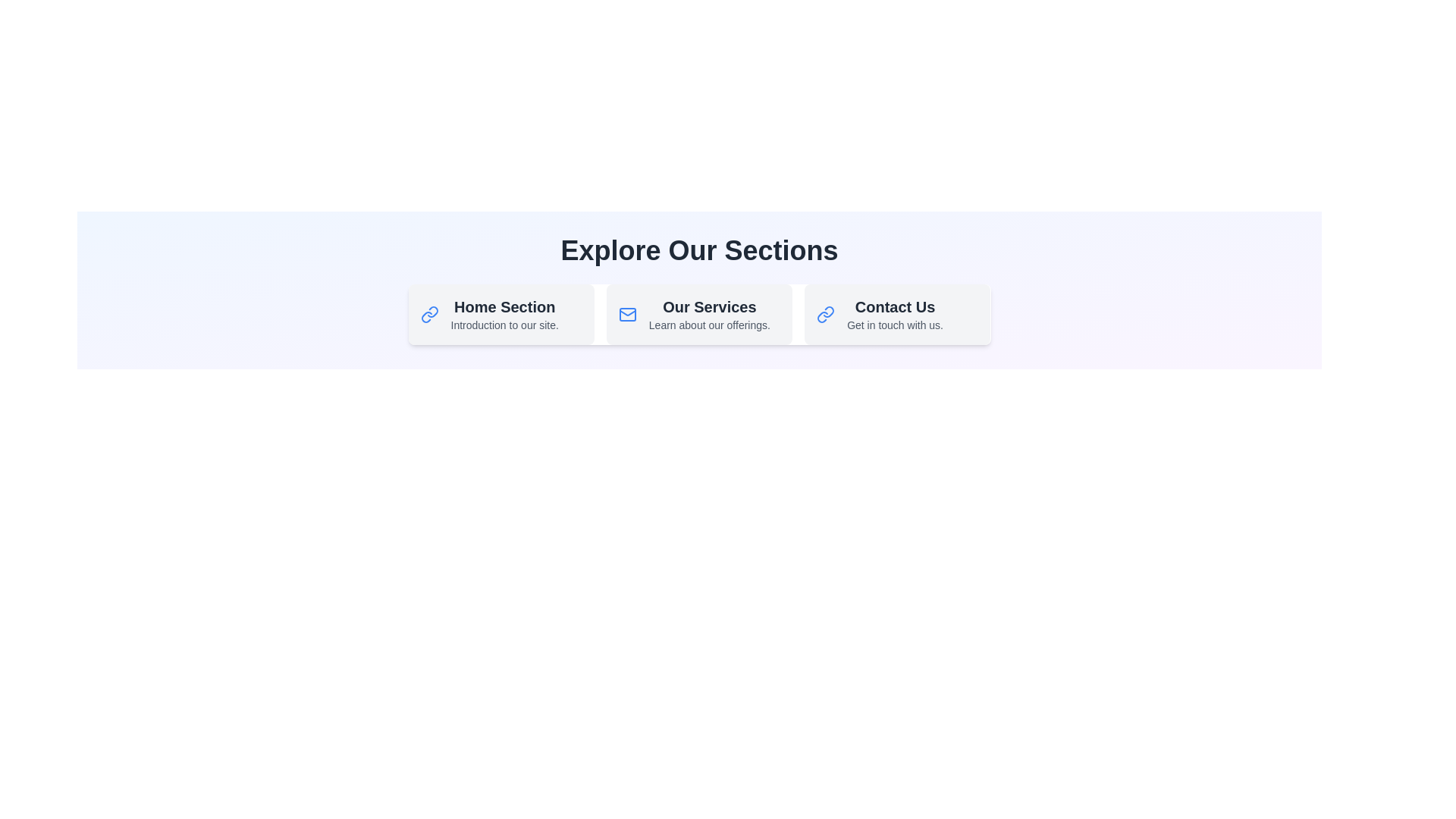  Describe the element at coordinates (708, 324) in the screenshot. I see `the text element that contains the phrase 'Learn about our offerings.' positioned beneath the 'Our Services' section title` at that location.